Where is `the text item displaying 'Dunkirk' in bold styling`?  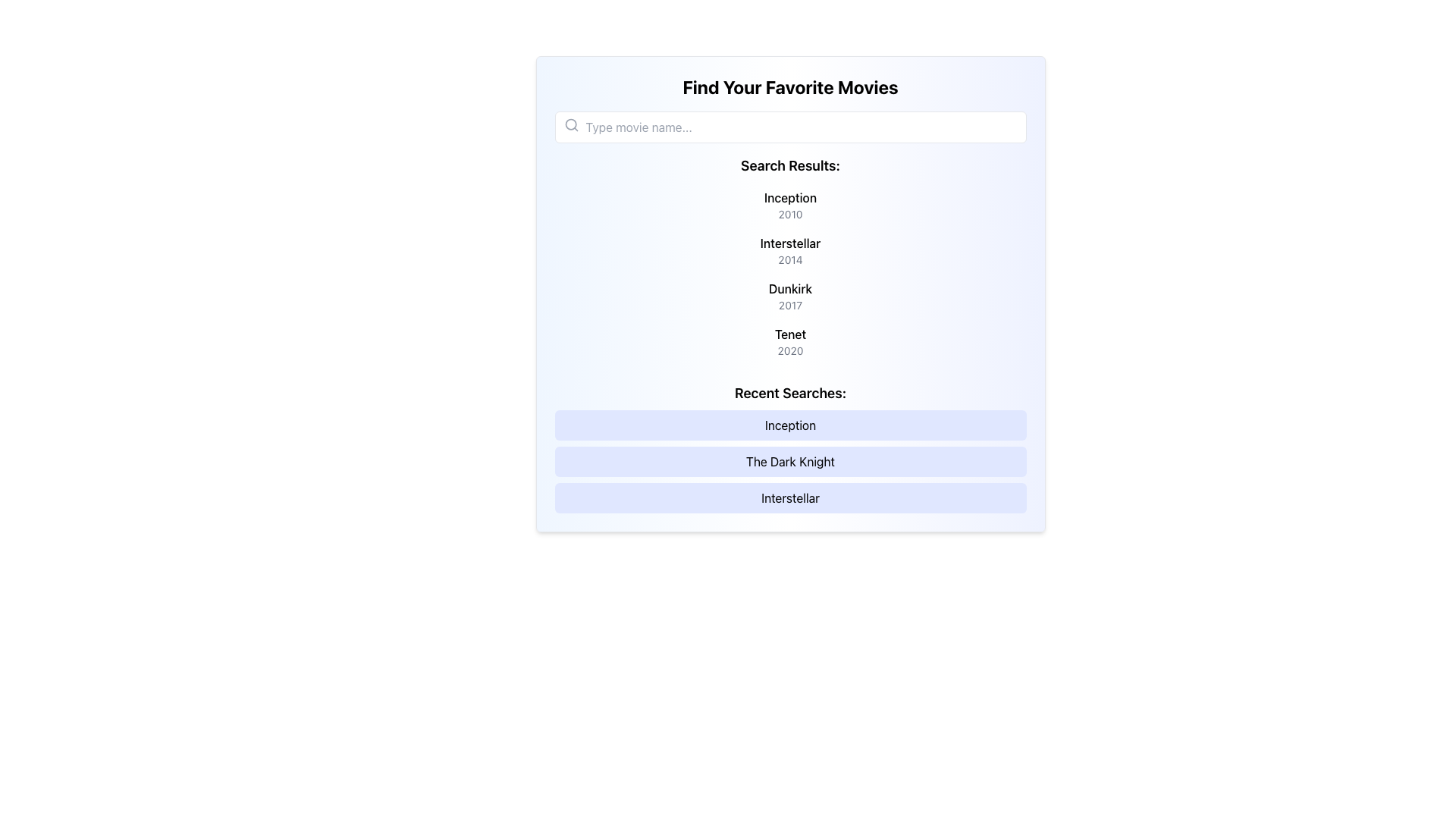
the text item displaying 'Dunkirk' in bold styling is located at coordinates (789, 296).